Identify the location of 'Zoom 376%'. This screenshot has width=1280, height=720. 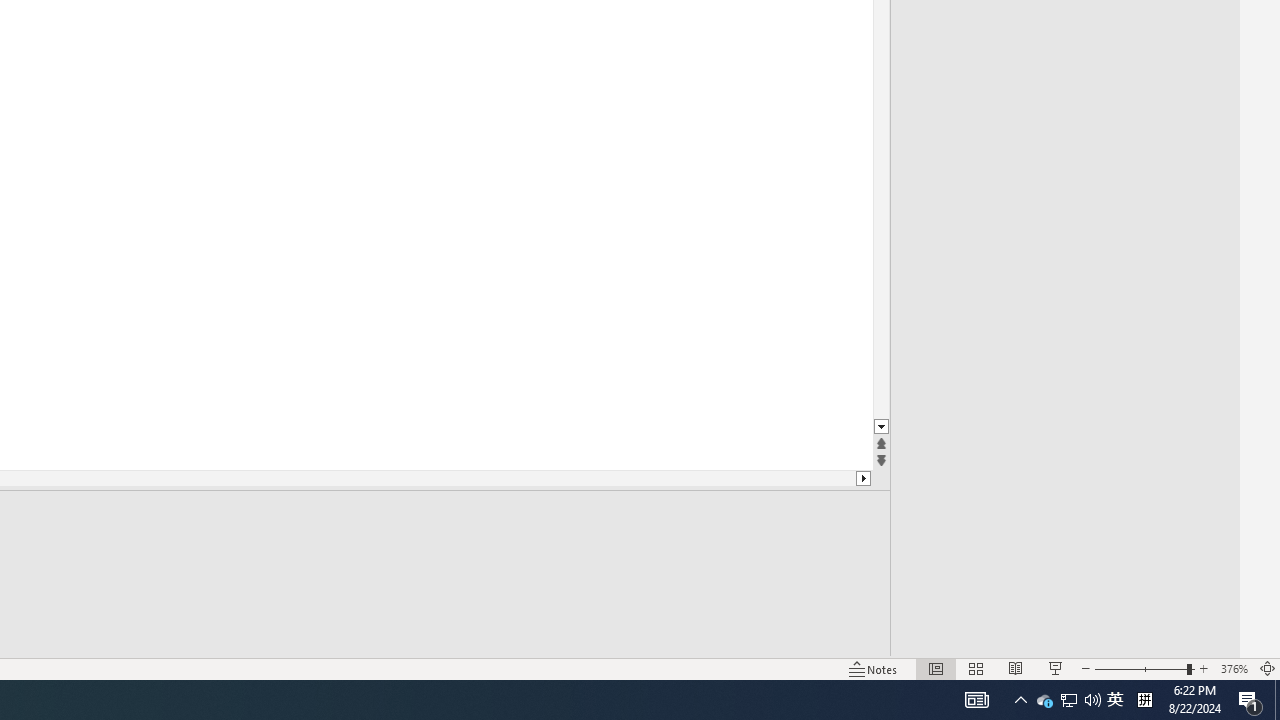
(1233, 669).